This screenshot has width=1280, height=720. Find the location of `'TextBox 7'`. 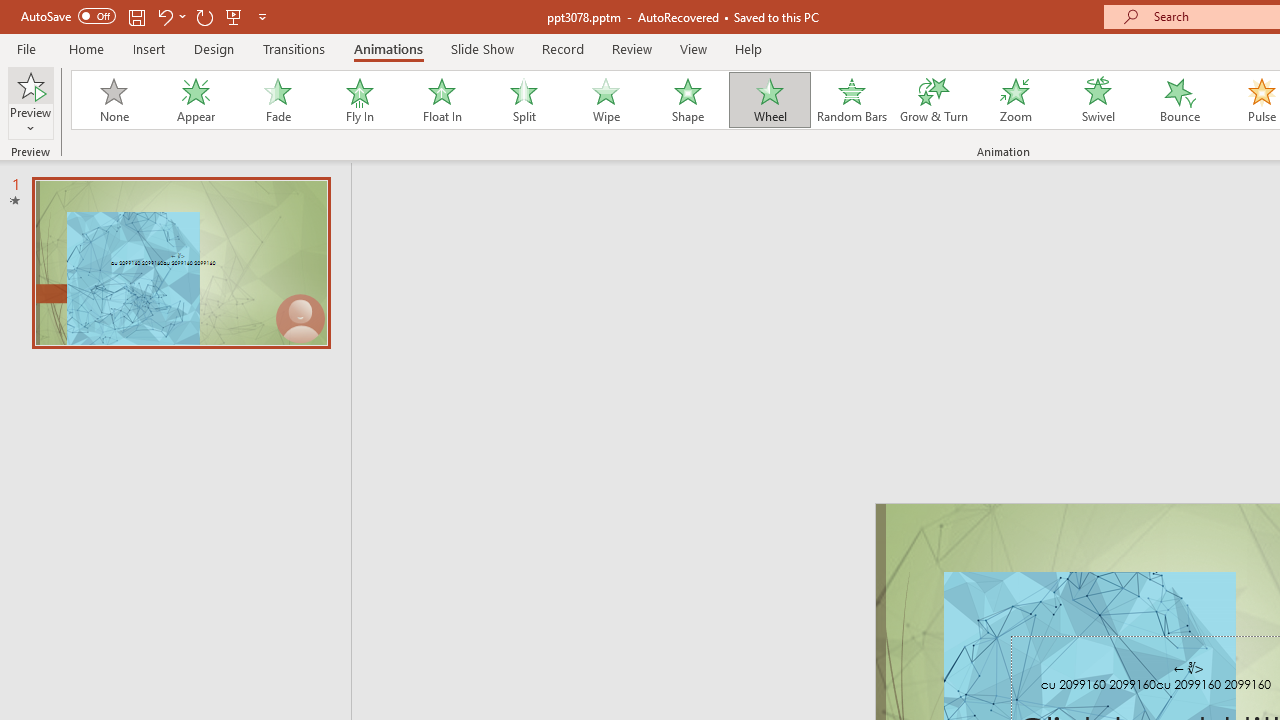

'TextBox 7' is located at coordinates (1189, 668).